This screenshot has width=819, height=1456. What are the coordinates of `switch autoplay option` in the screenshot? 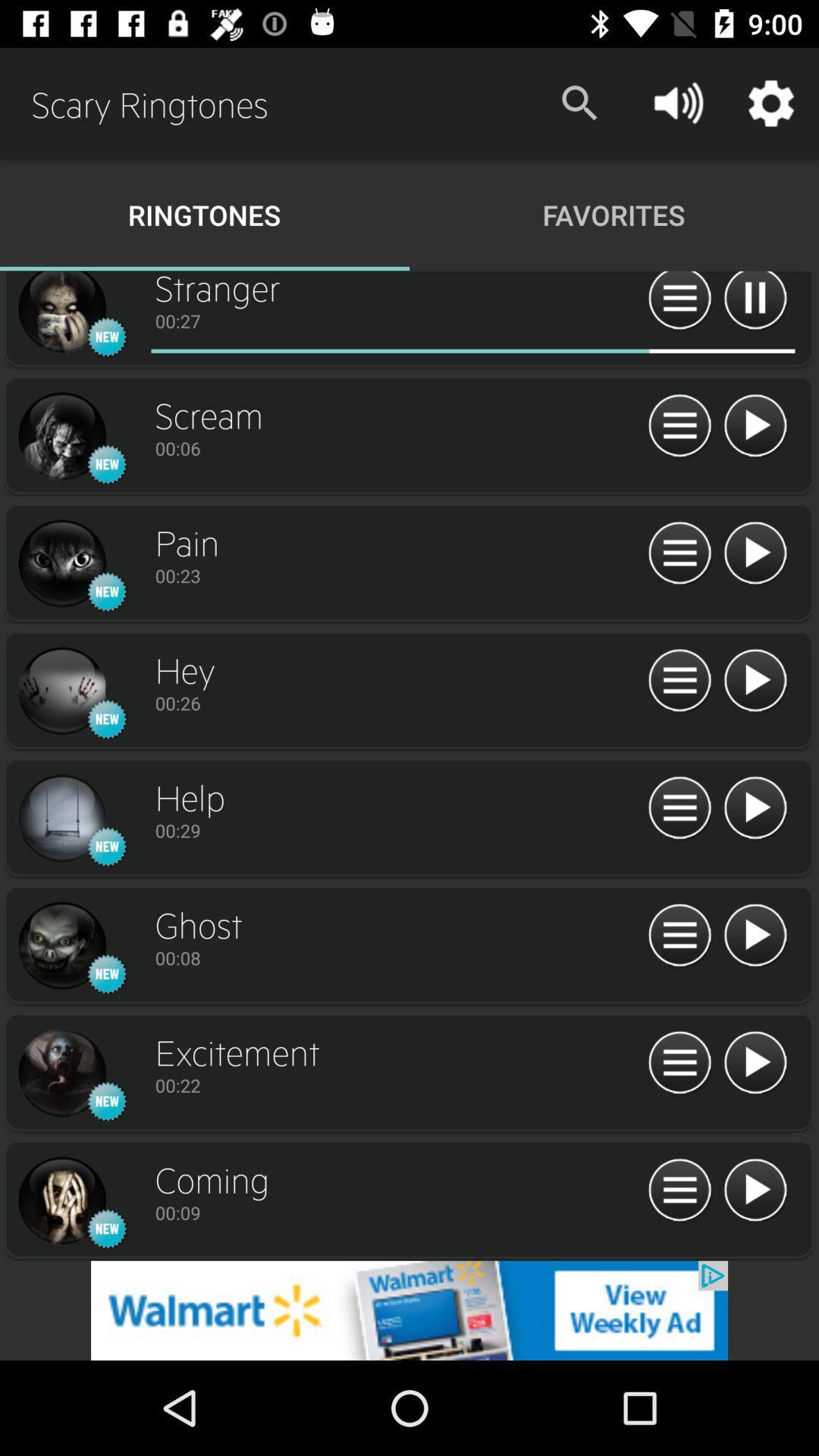 It's located at (755, 1062).